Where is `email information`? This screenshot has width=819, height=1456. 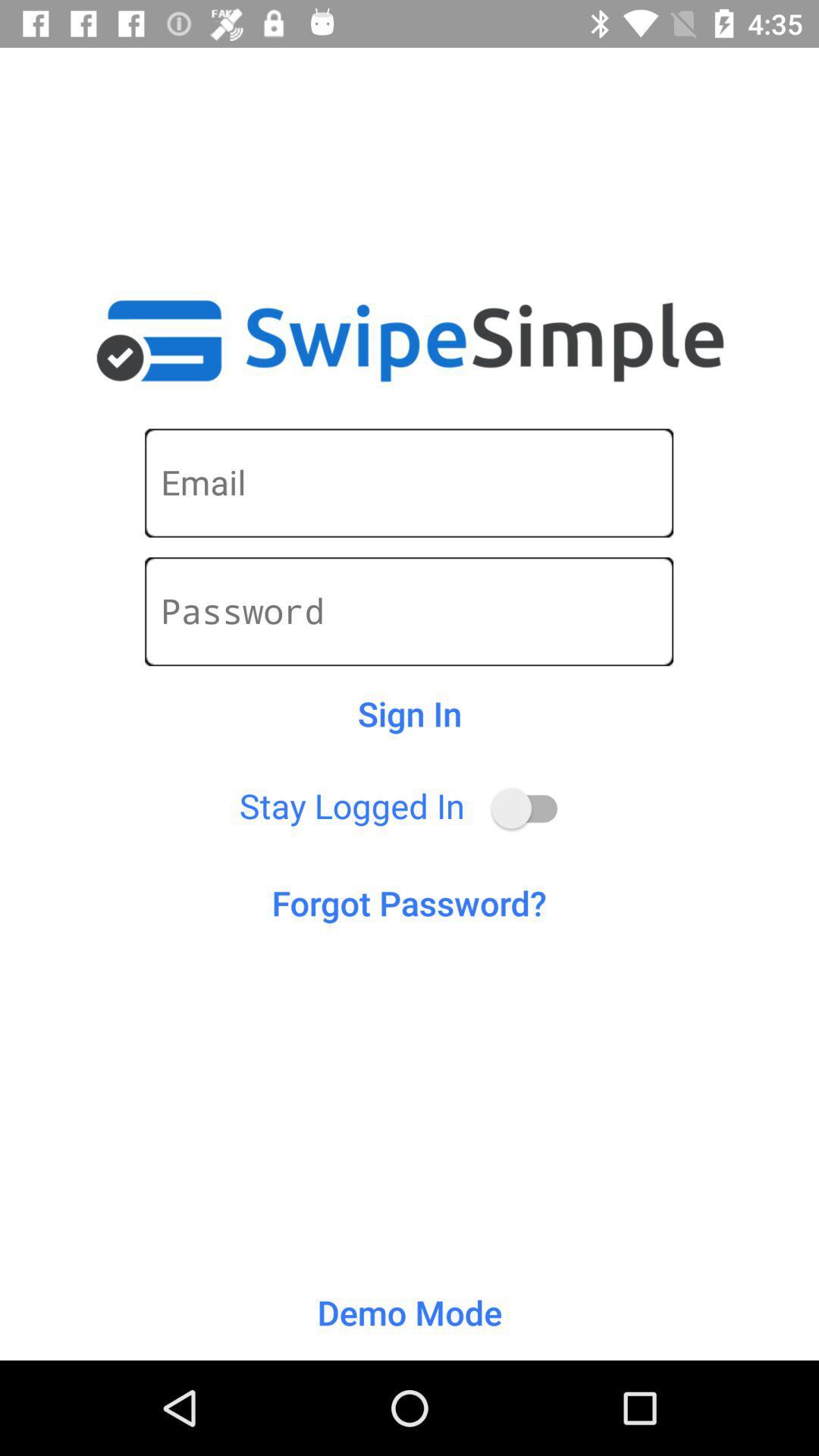
email information is located at coordinates (408, 482).